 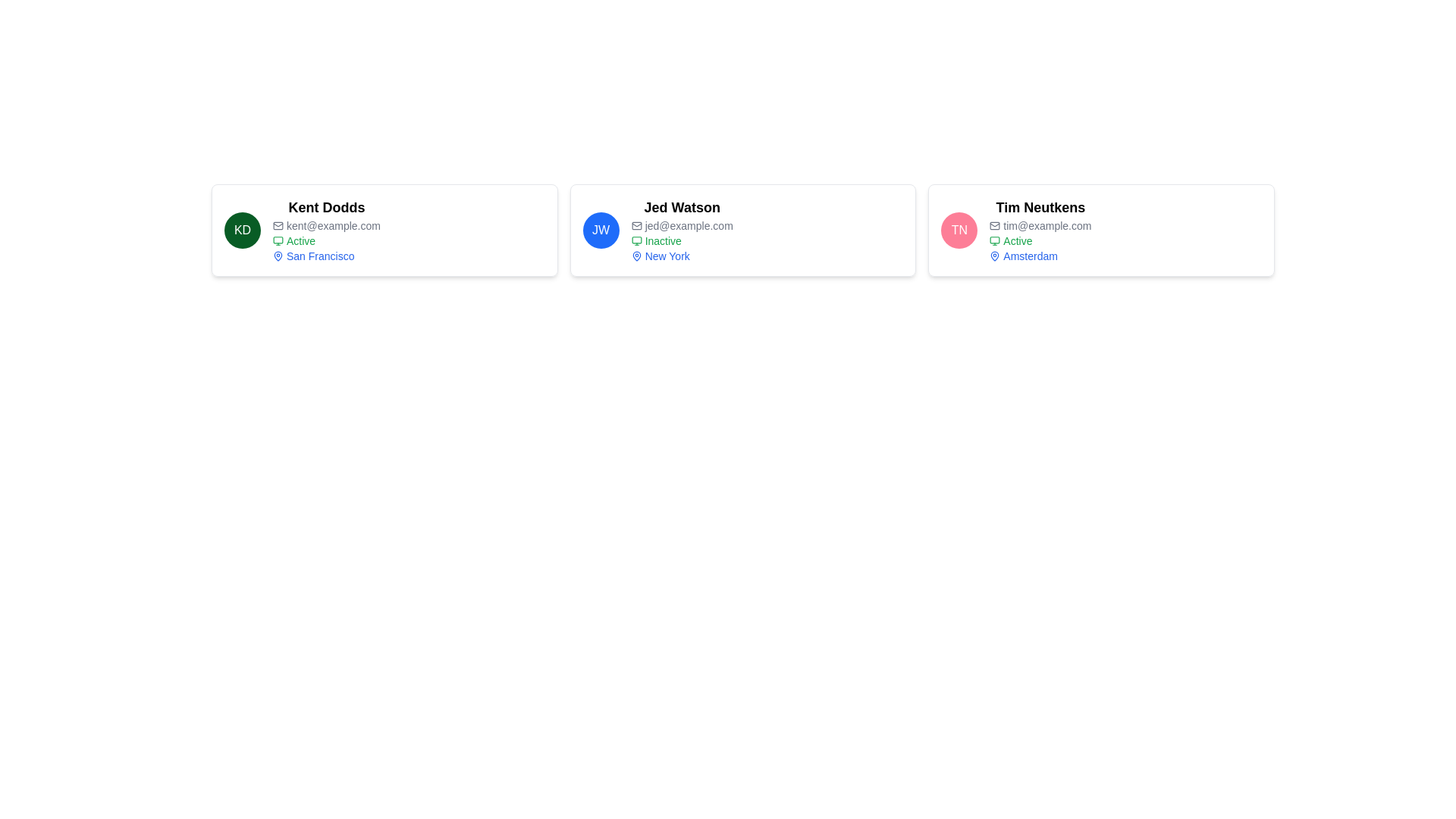 What do you see at coordinates (681, 225) in the screenshot?
I see `the text label displaying the email address of Jed Watson, positioned below his main title and above the 'Inactive' status text` at bounding box center [681, 225].